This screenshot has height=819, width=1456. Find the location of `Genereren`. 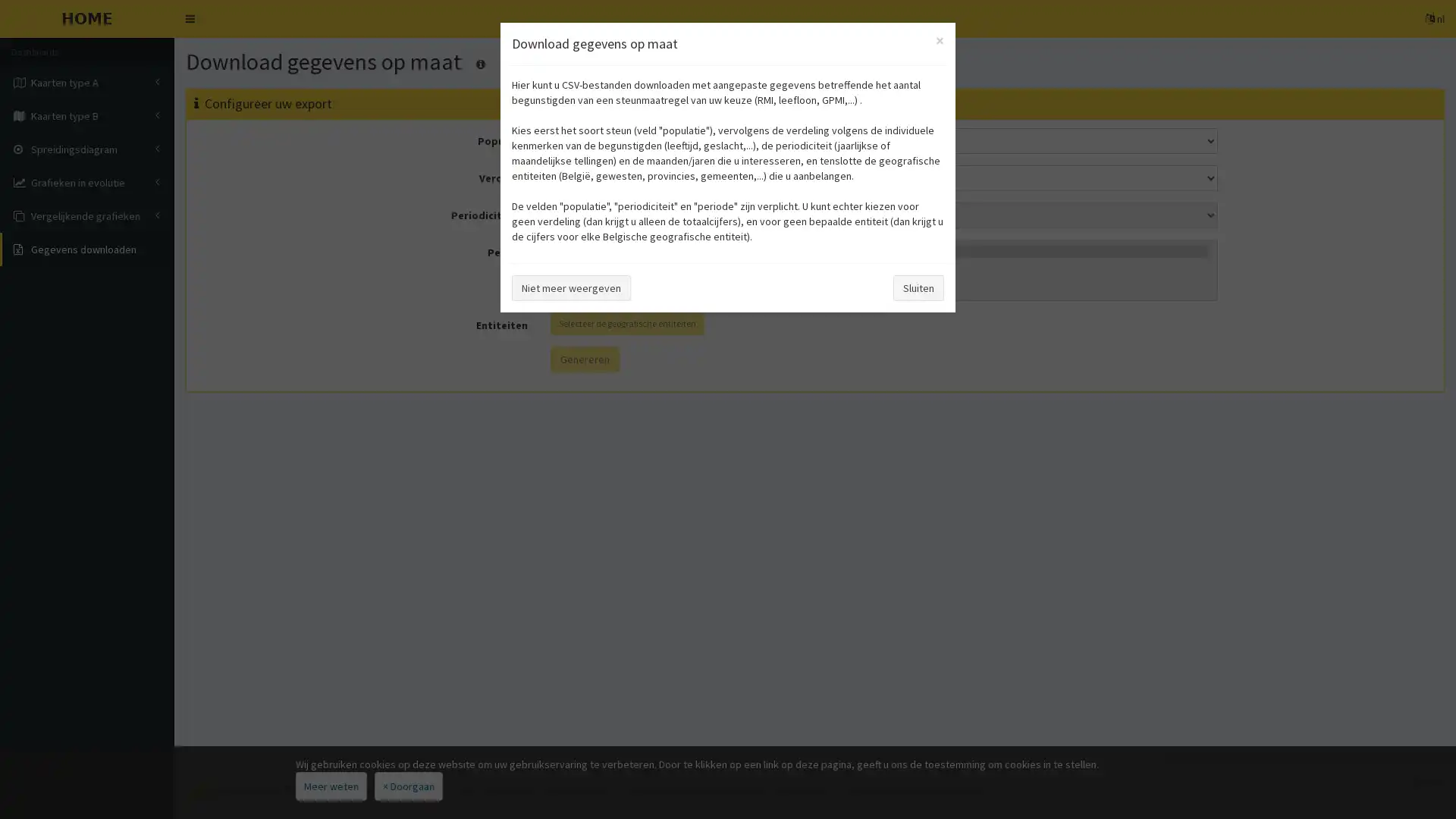

Genereren is located at coordinates (583, 359).